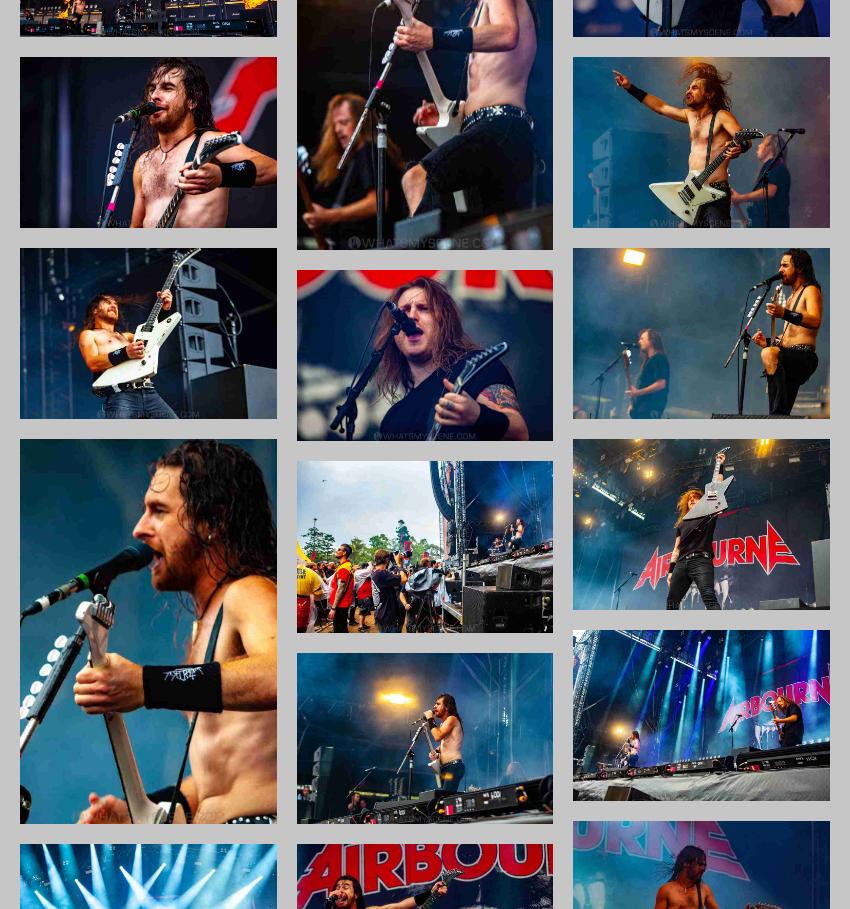 Image resolution: width=850 pixels, height=909 pixels. I want to click on 'March 2021', so click(634, 538).